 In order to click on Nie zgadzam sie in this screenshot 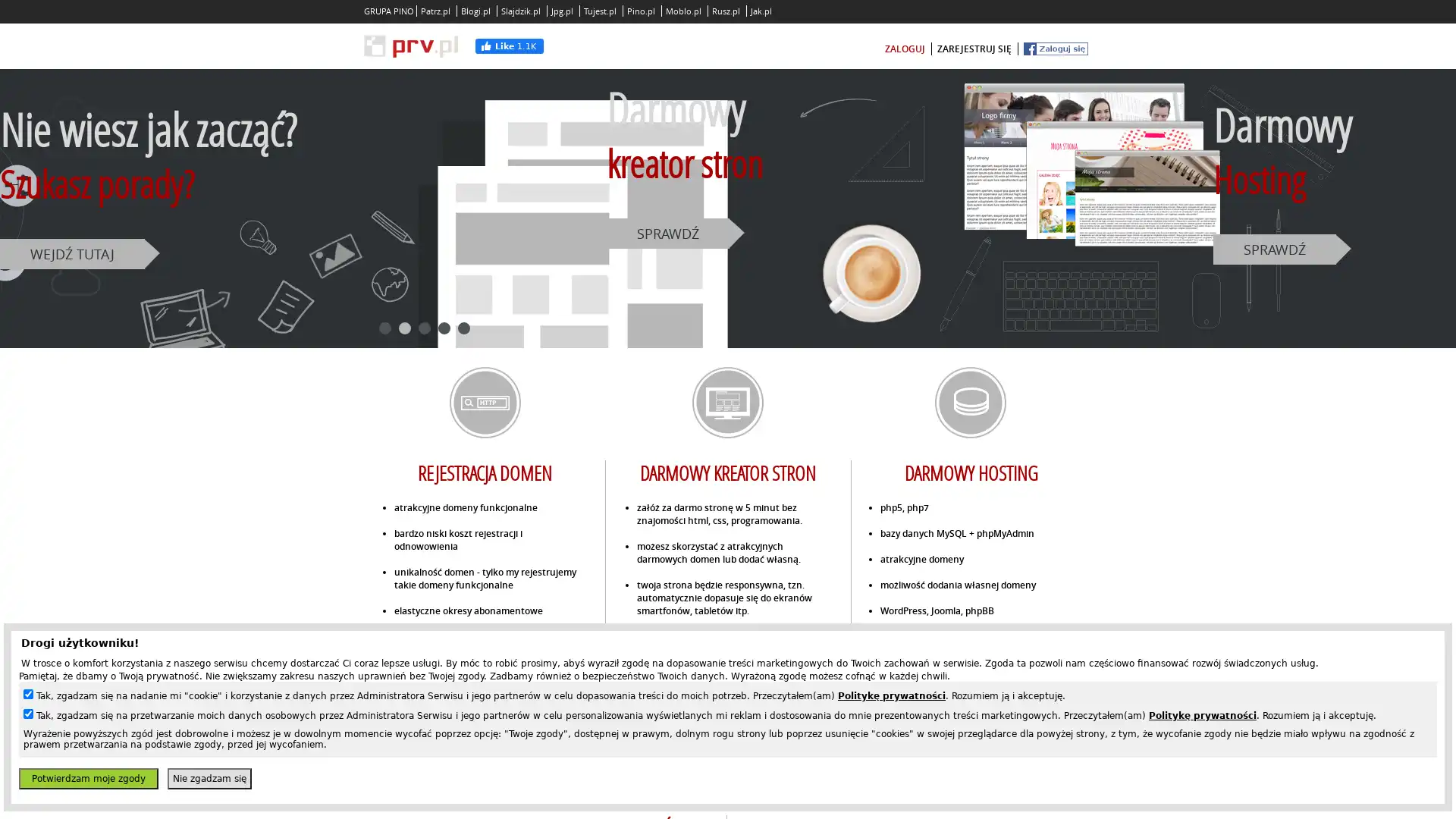, I will do `click(209, 778)`.